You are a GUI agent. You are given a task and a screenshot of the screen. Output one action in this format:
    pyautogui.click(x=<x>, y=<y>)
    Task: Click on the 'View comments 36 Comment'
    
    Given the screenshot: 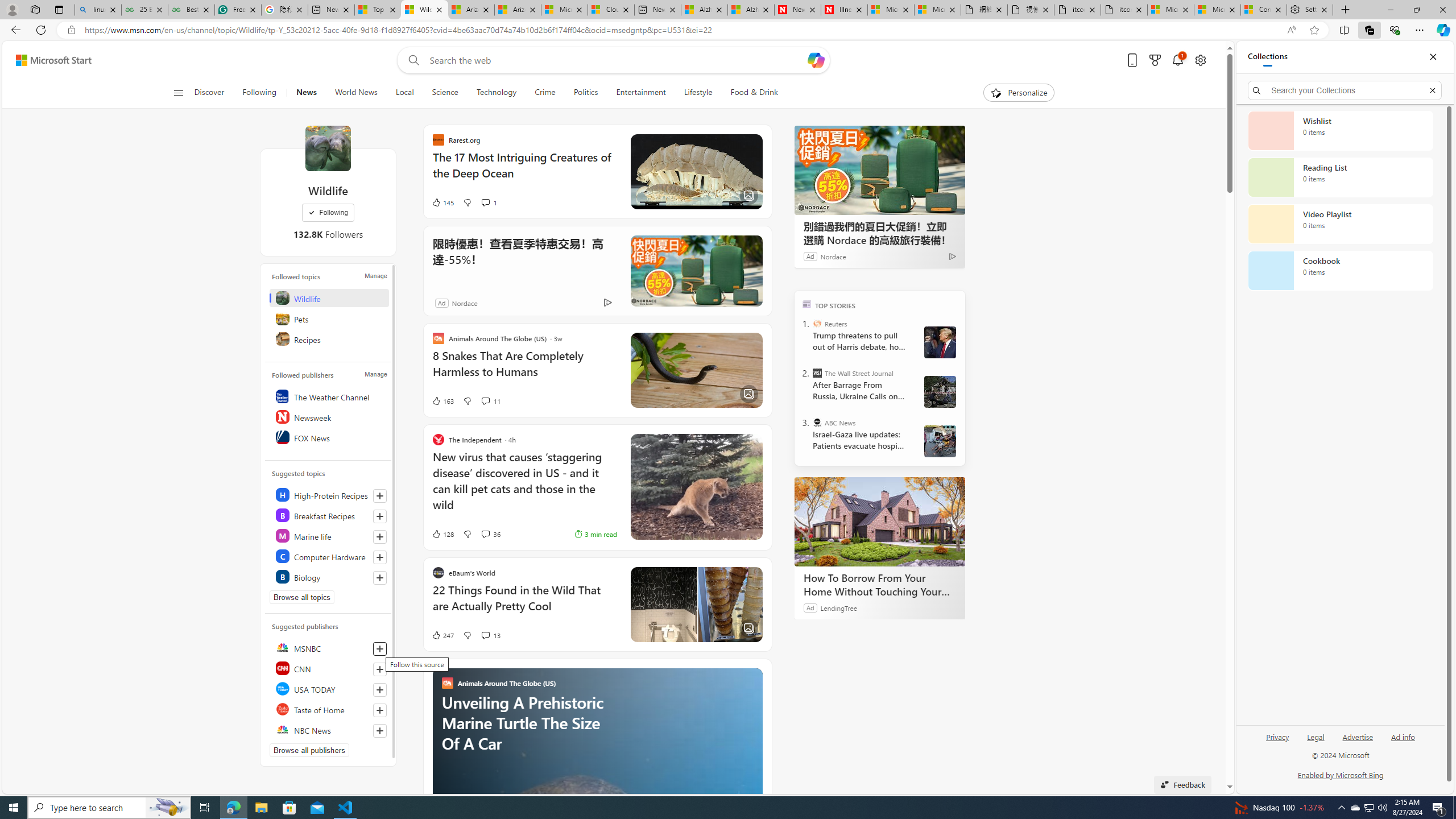 What is the action you would take?
    pyautogui.click(x=485, y=533)
    